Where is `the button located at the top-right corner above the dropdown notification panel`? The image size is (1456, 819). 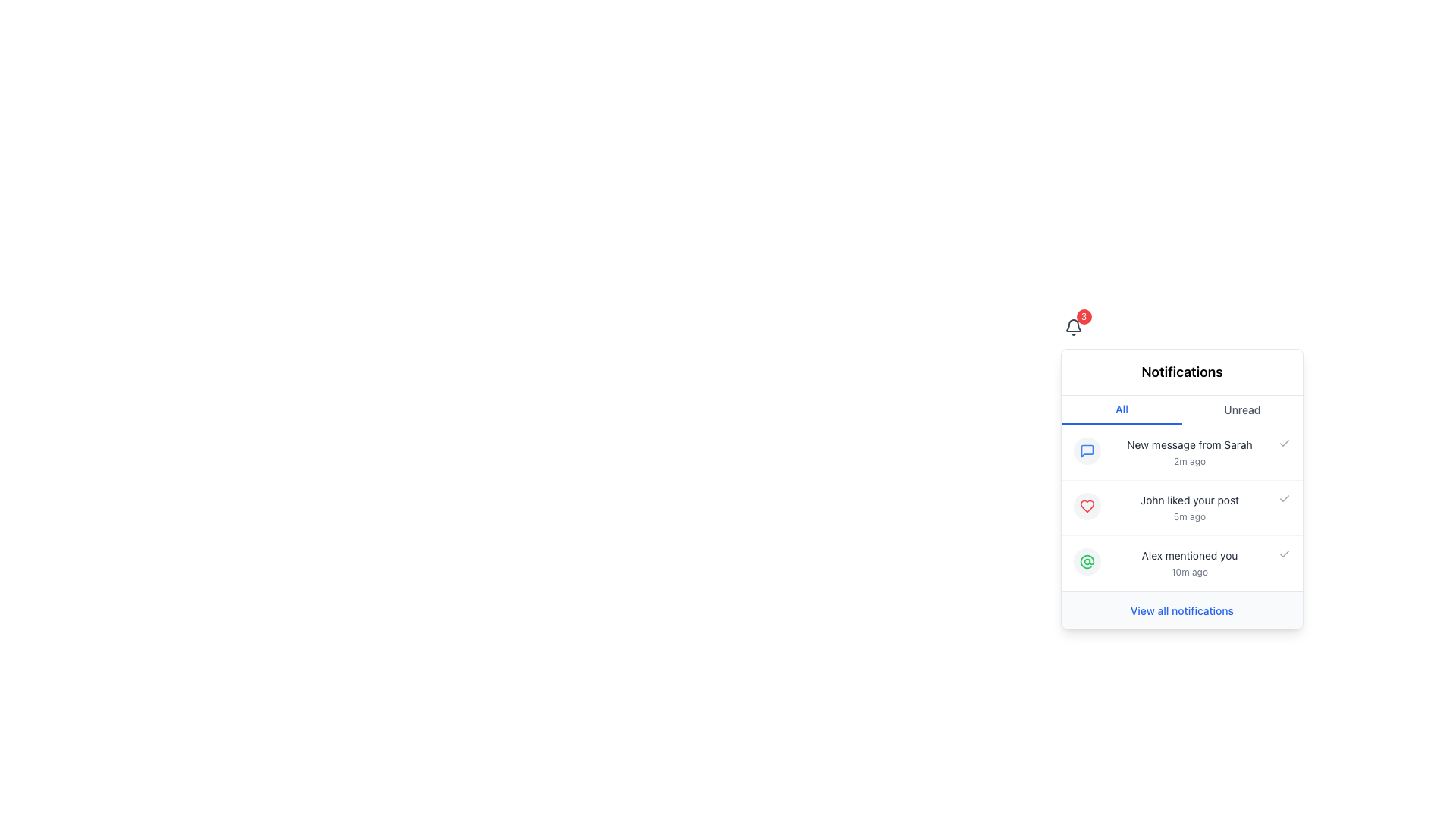 the button located at the top-right corner above the dropdown notification panel is located at coordinates (1072, 327).